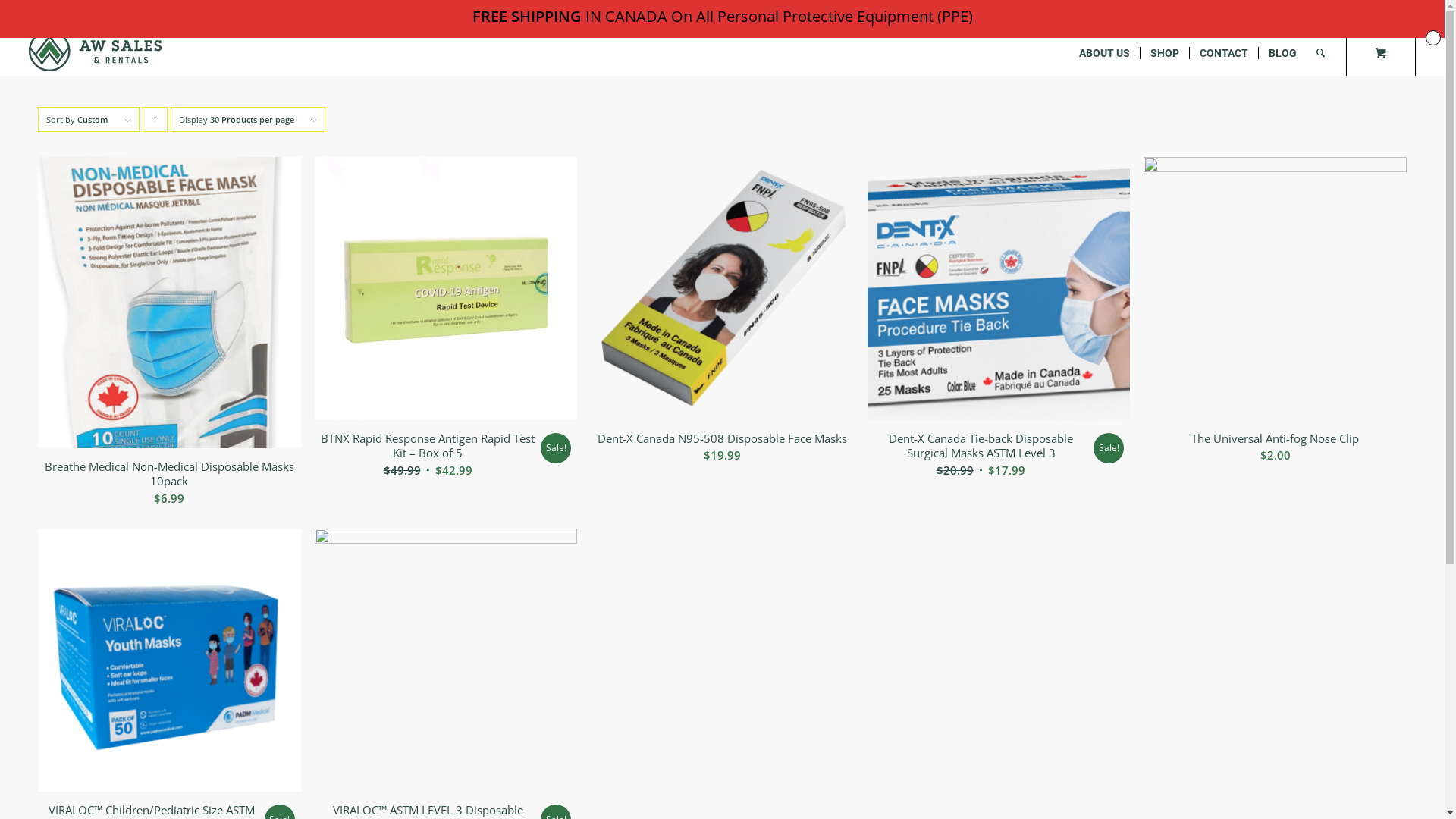 This screenshot has width=1456, height=819. I want to click on 'ABOUT US', so click(1104, 52).